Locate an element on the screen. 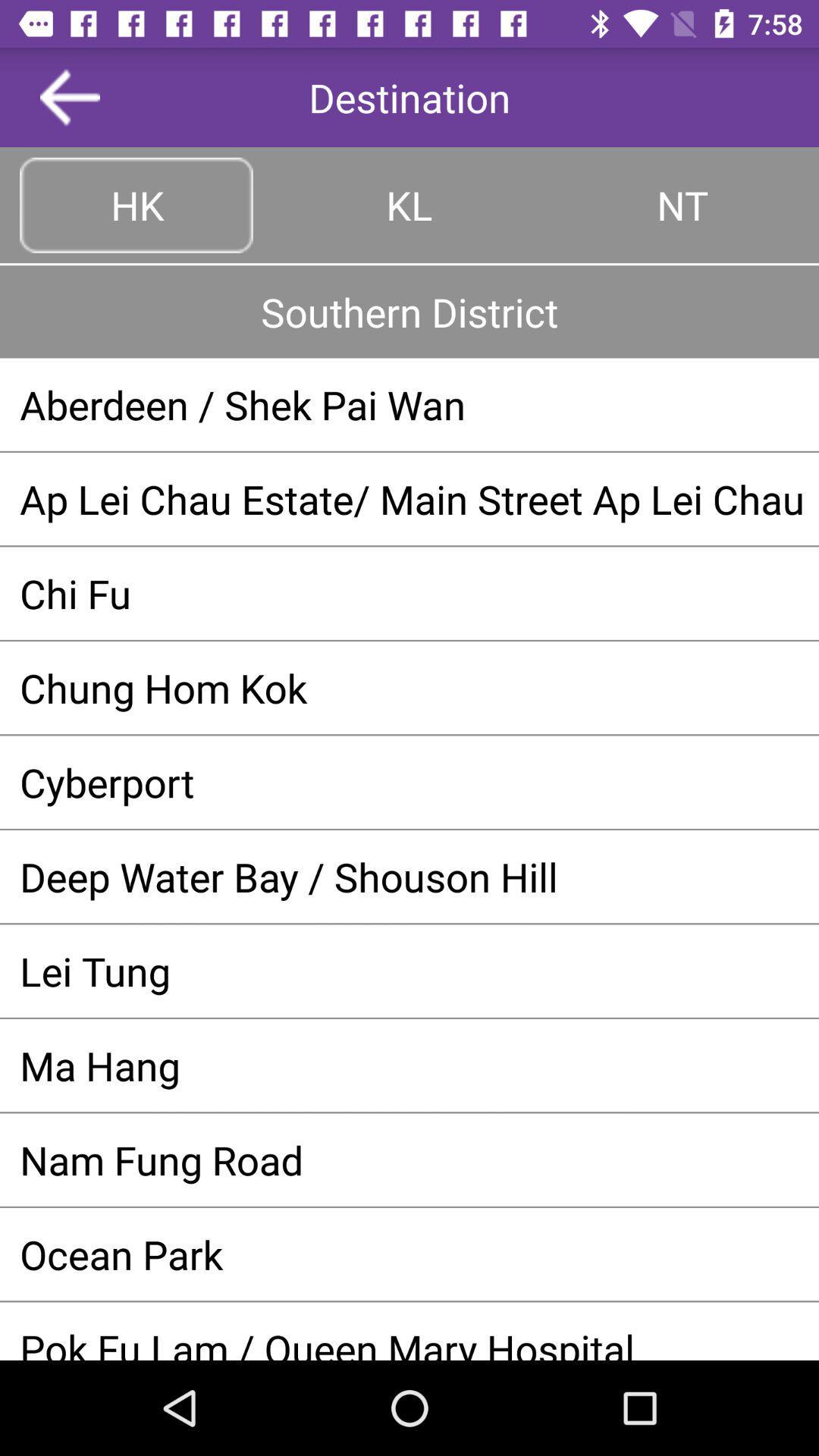 The image size is (819, 1456). app below the aberdeen shek pai app is located at coordinates (409, 499).